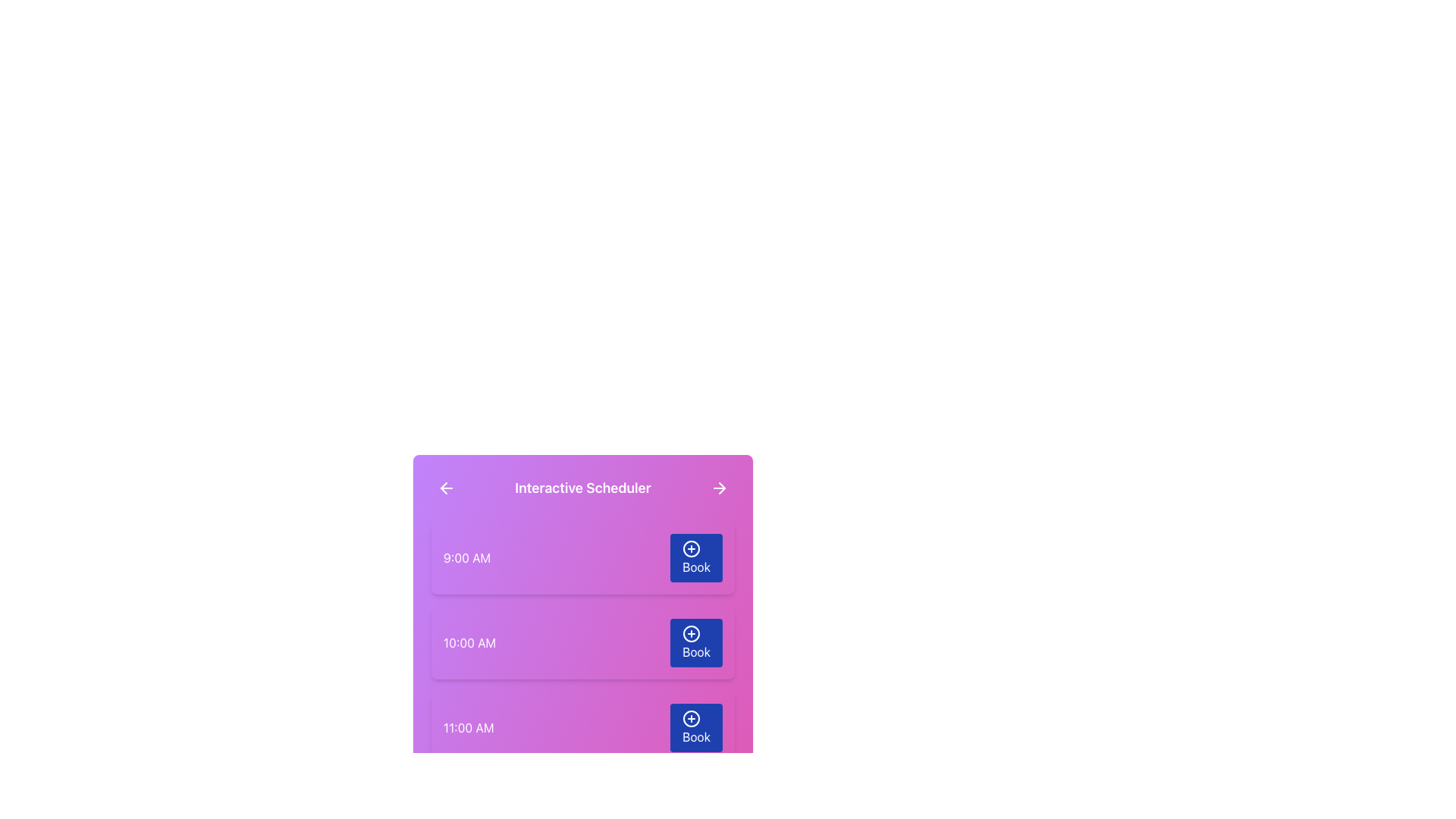 Image resolution: width=1456 pixels, height=819 pixels. I want to click on the right-arrow icon that is part of a rounded button in the top-right corner of the interactive scheduler's header bar, so click(719, 488).